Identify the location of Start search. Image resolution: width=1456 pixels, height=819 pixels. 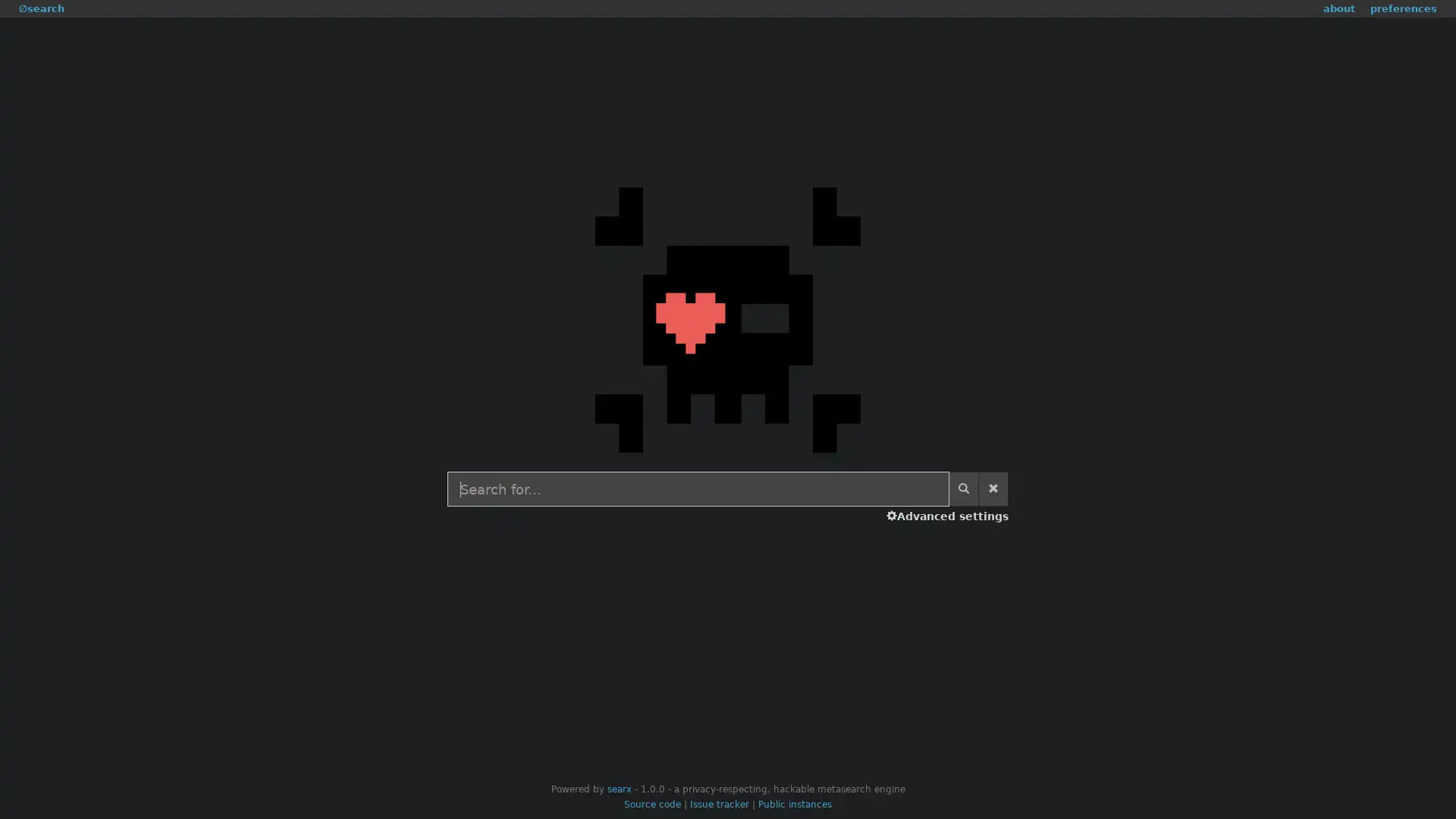
(963, 488).